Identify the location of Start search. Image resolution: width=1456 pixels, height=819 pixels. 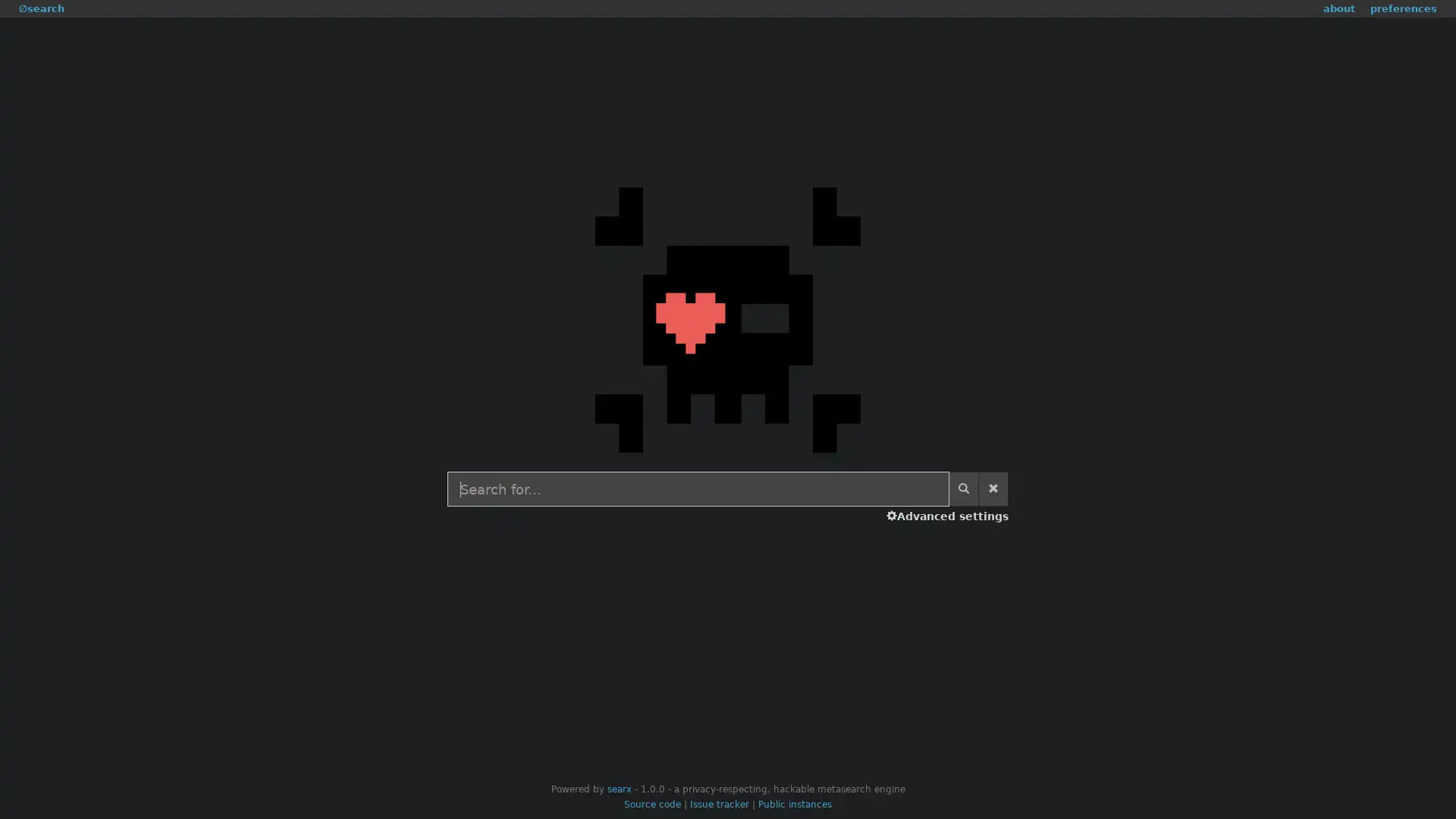
(963, 488).